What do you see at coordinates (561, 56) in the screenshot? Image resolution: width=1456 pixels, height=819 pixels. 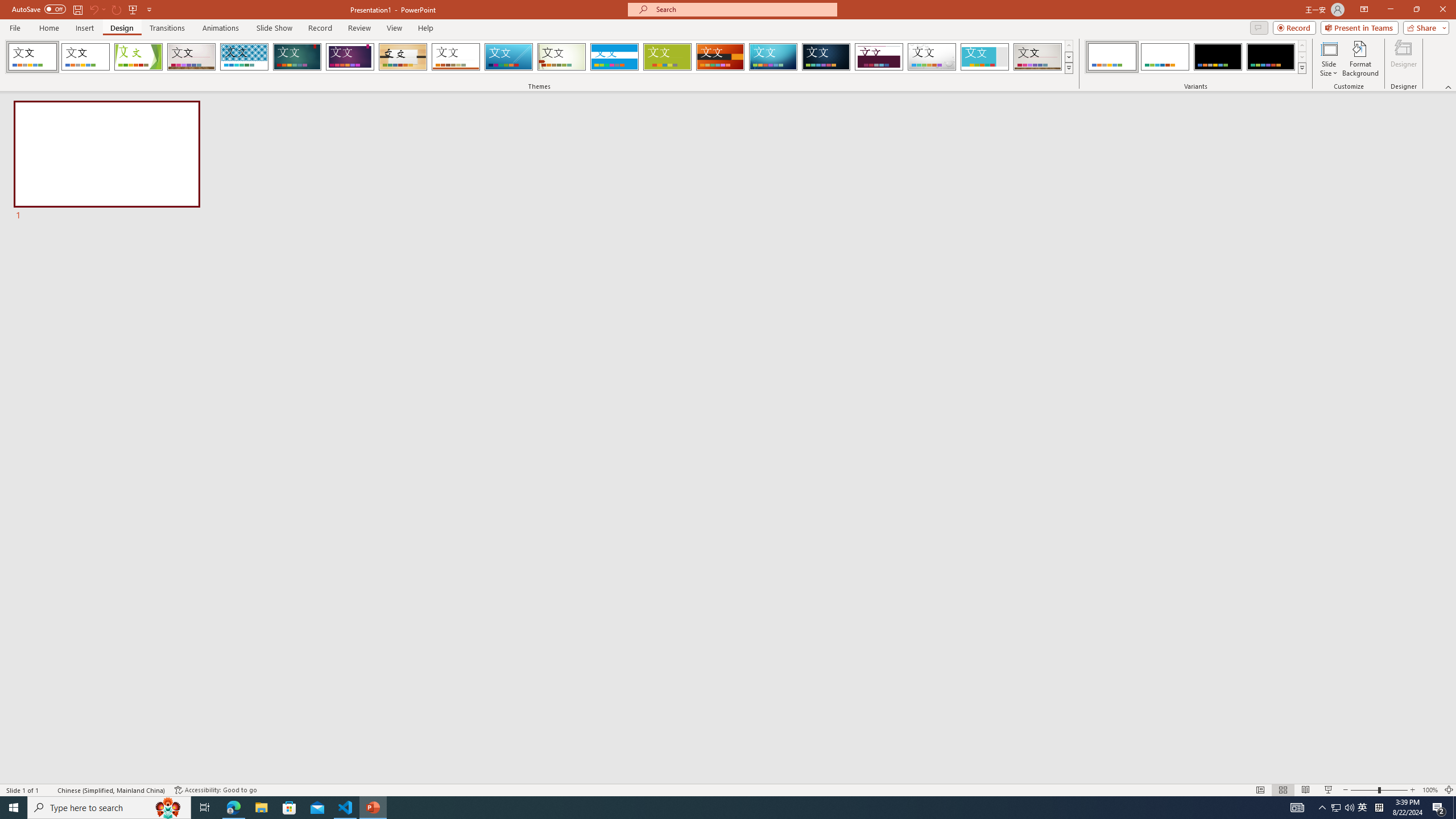 I see `'Wisp Loading Preview...'` at bounding box center [561, 56].